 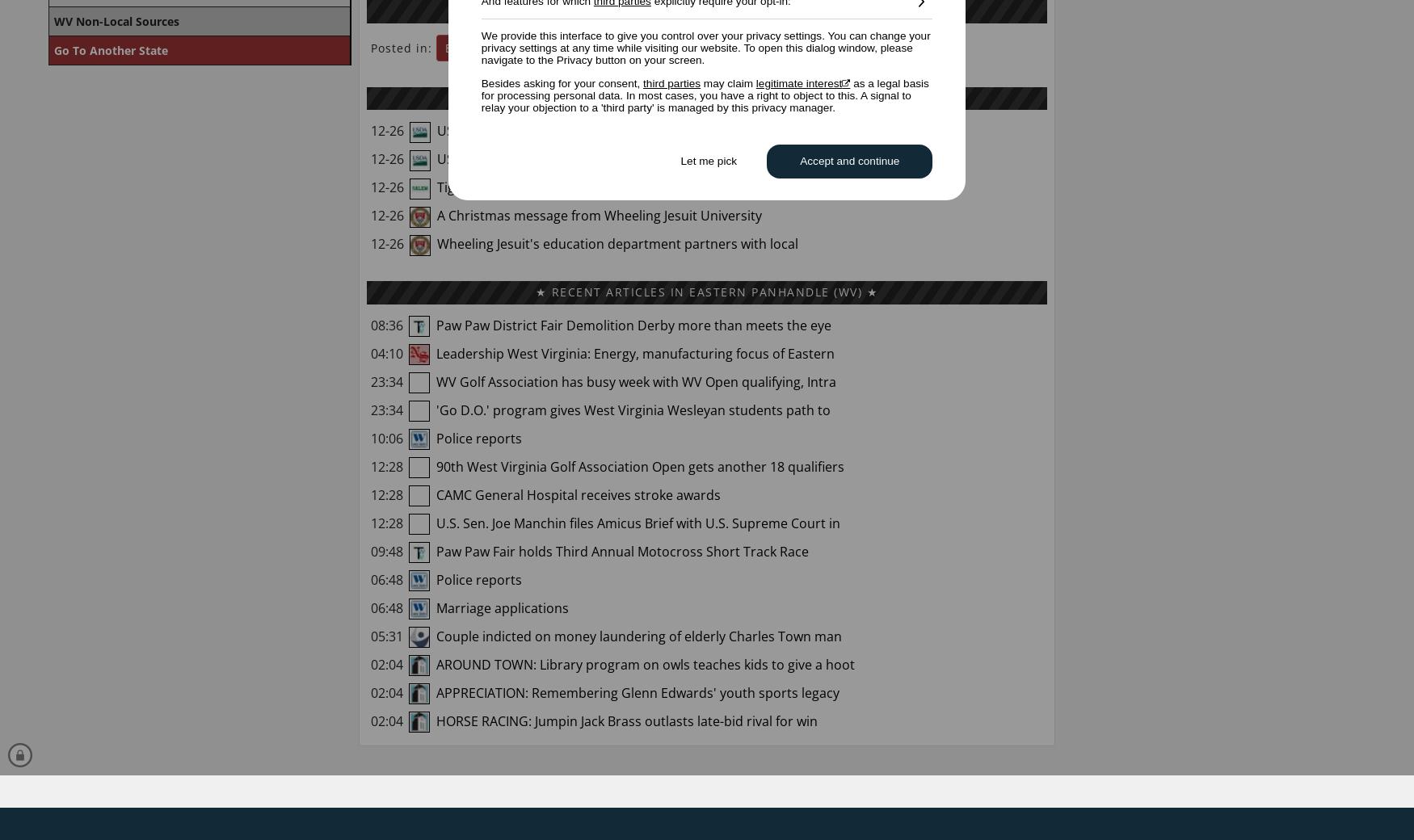 I want to click on '90th West Virginia Golf Association Open gets another 18 qualifiers at Bridgeport Country Club', so click(x=606, y=476).